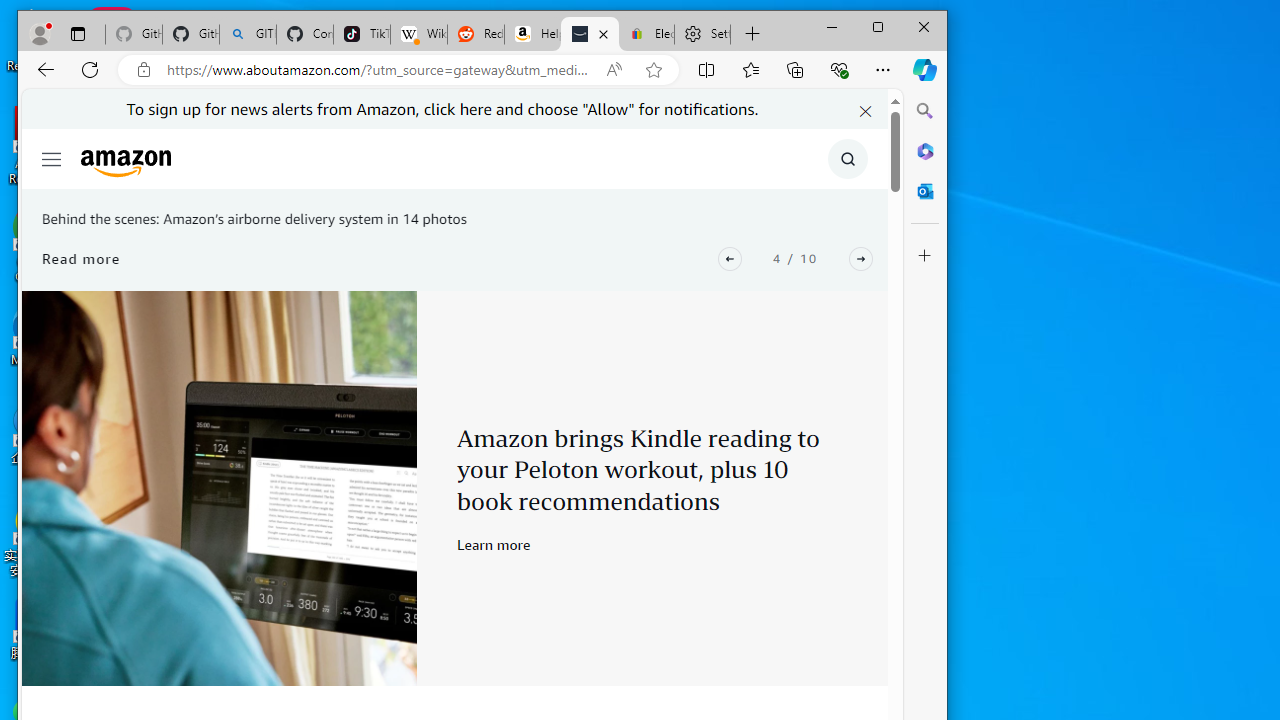 The height and width of the screenshot is (720, 1280). What do you see at coordinates (247, 34) in the screenshot?
I see `'GITHUB - Search'` at bounding box center [247, 34].